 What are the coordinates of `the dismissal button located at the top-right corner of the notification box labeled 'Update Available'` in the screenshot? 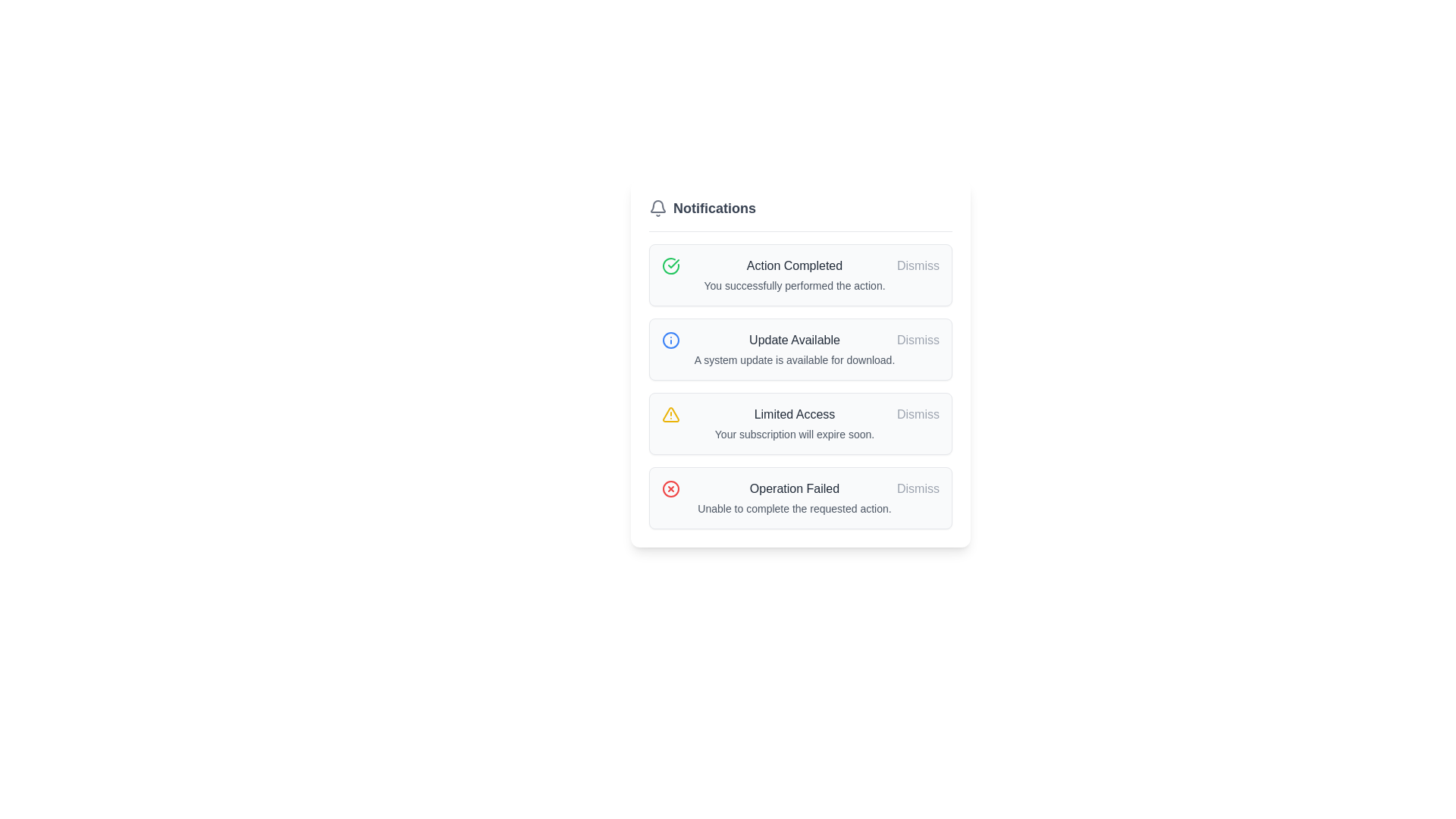 It's located at (917, 339).